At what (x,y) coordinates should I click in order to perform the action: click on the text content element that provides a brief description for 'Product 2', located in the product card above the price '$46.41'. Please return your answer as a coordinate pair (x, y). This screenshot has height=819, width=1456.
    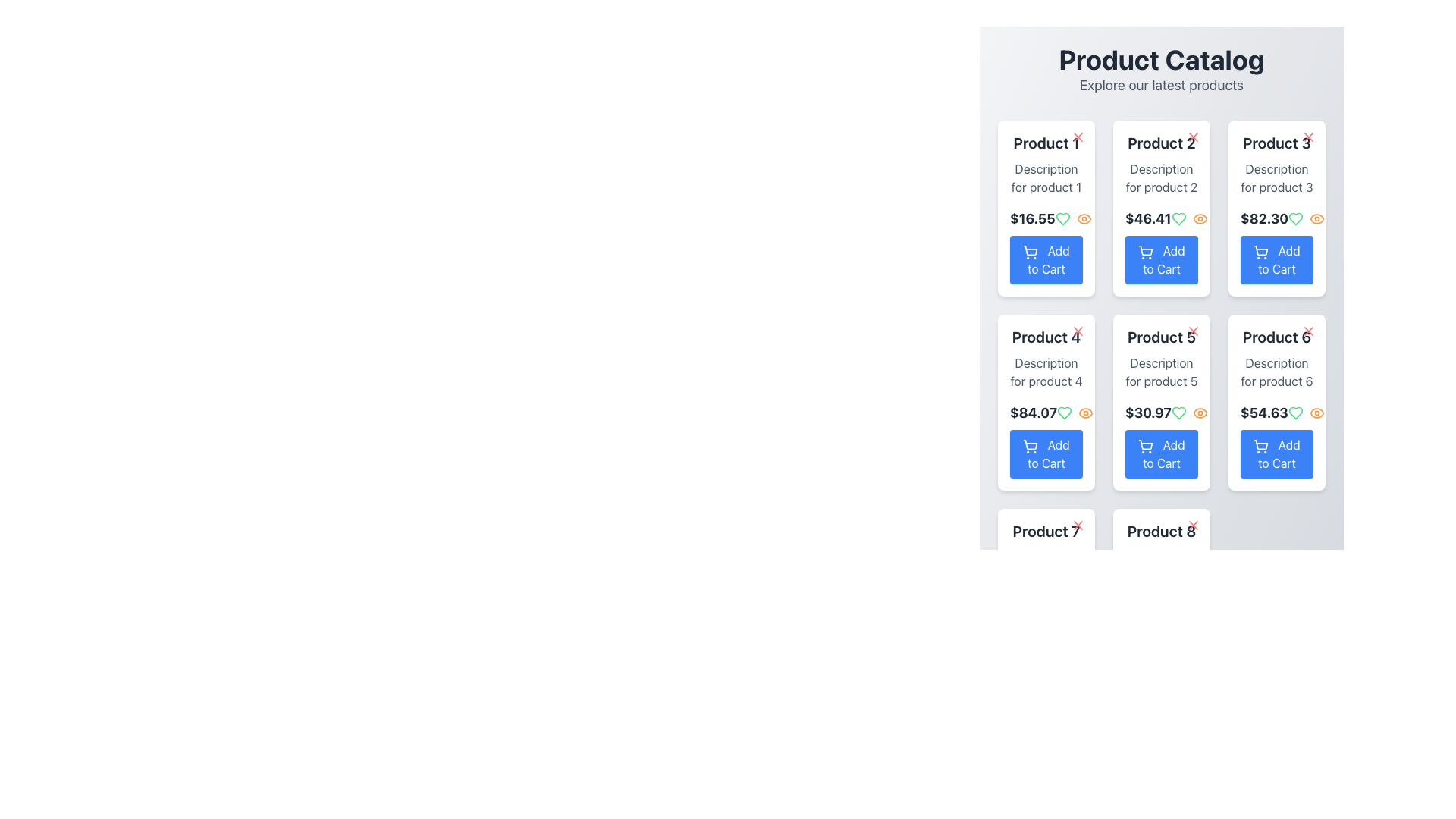
    Looking at the image, I should click on (1160, 177).